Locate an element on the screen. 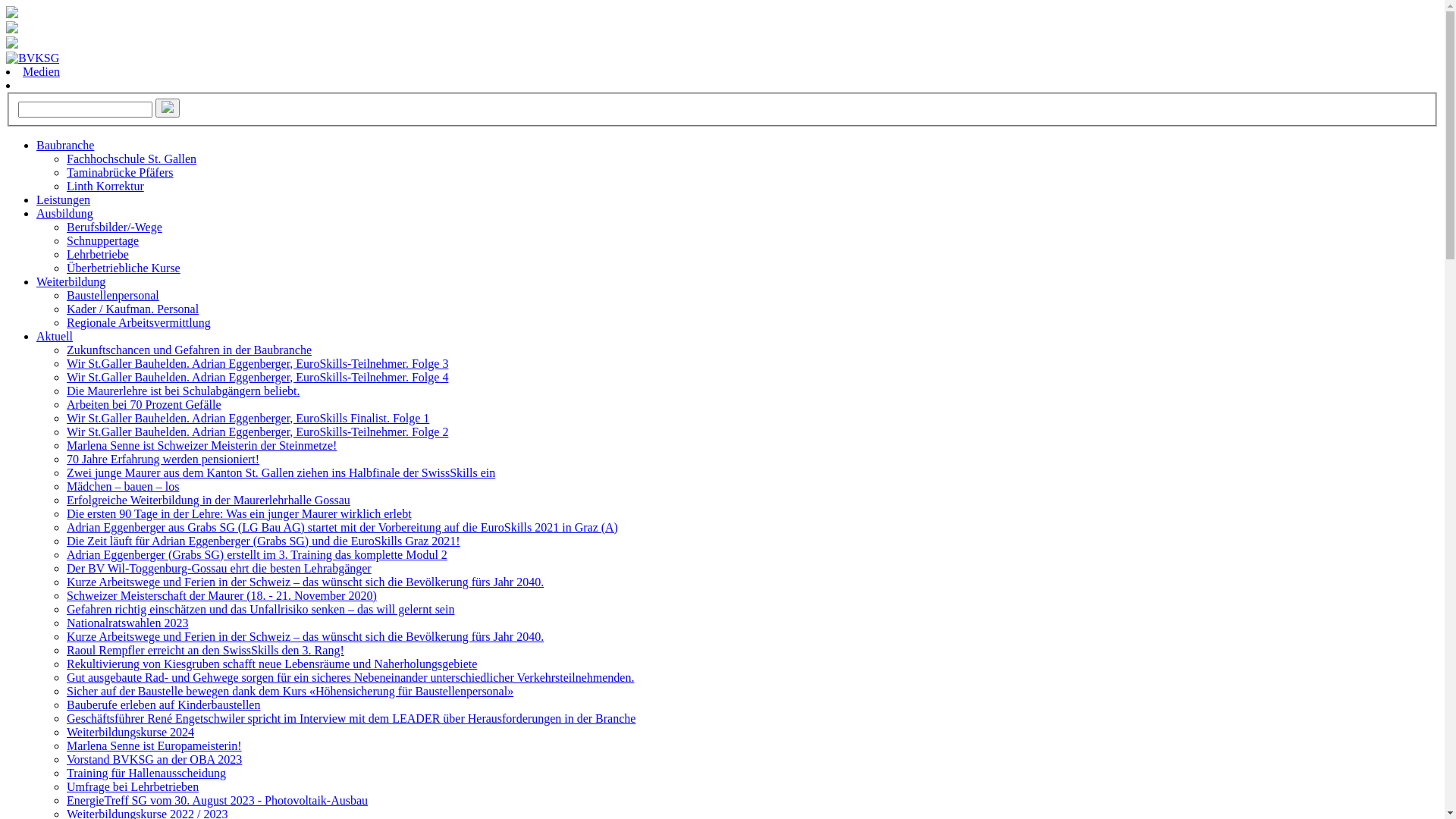 The image size is (1456, 819). 'Fachhochschule St. Gallen' is located at coordinates (131, 158).